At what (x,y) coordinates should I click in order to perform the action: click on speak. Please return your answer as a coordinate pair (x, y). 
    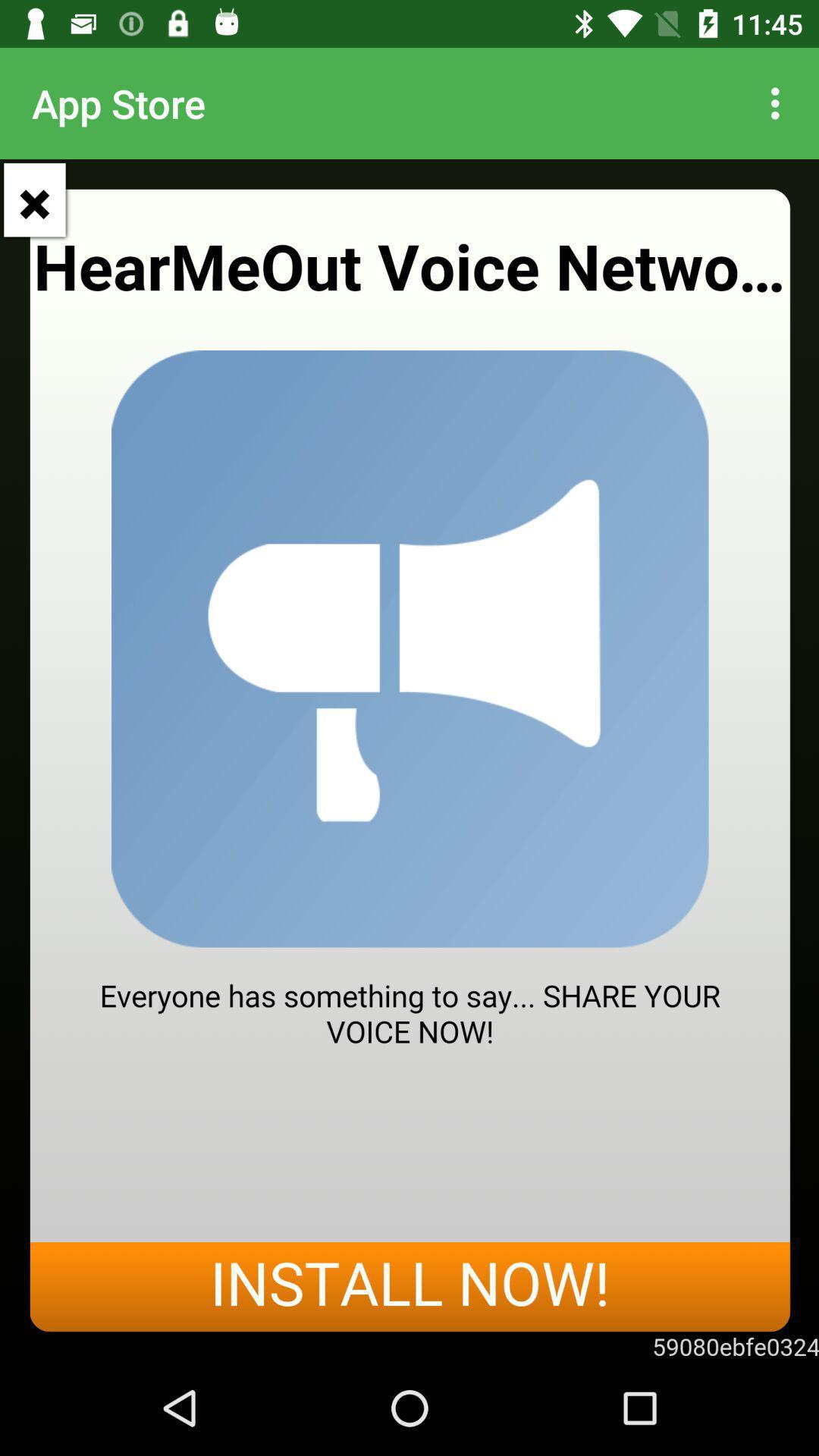
    Looking at the image, I should click on (409, 760).